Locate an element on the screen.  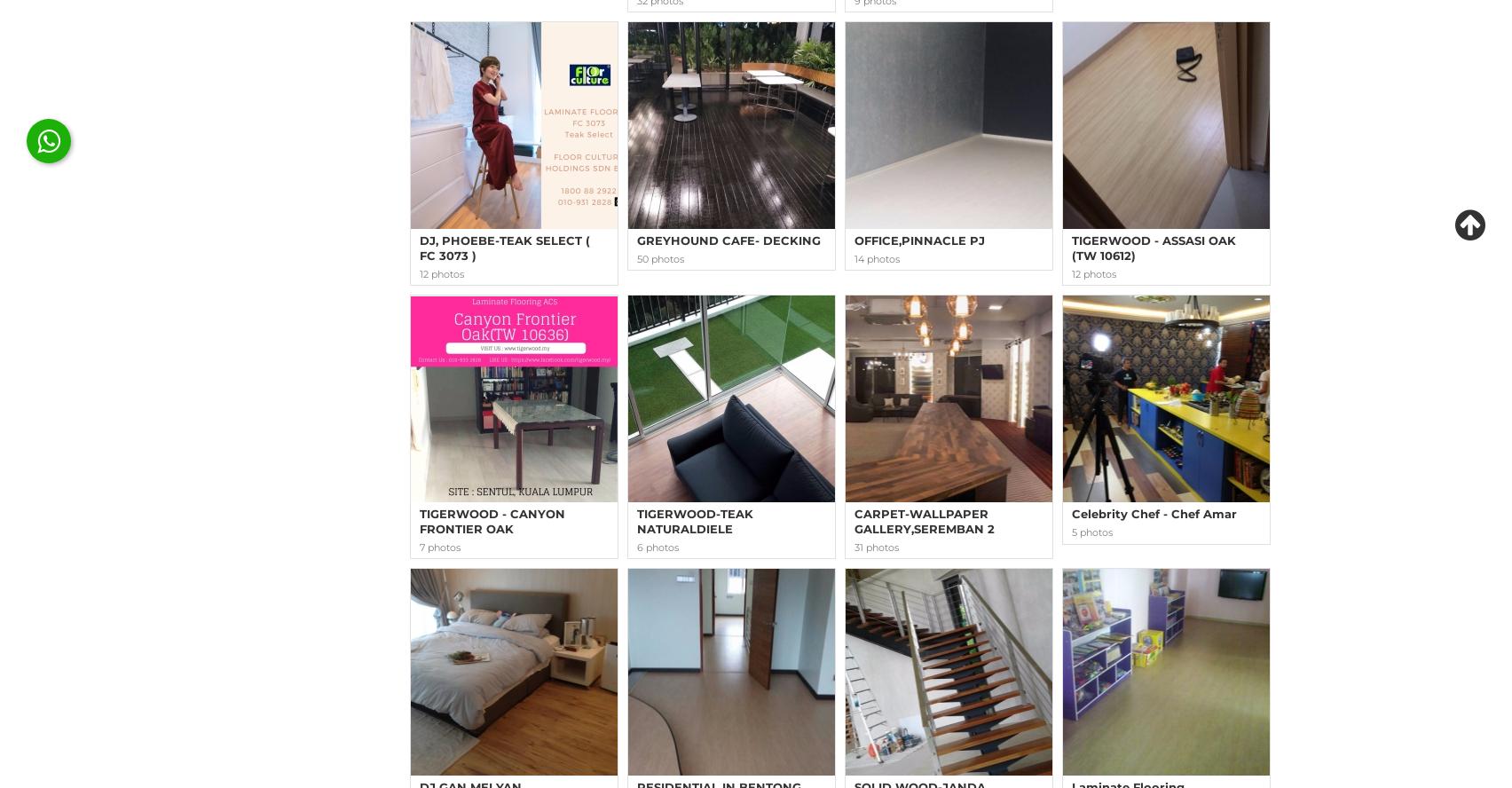
'6 photos' is located at coordinates (657, 546).